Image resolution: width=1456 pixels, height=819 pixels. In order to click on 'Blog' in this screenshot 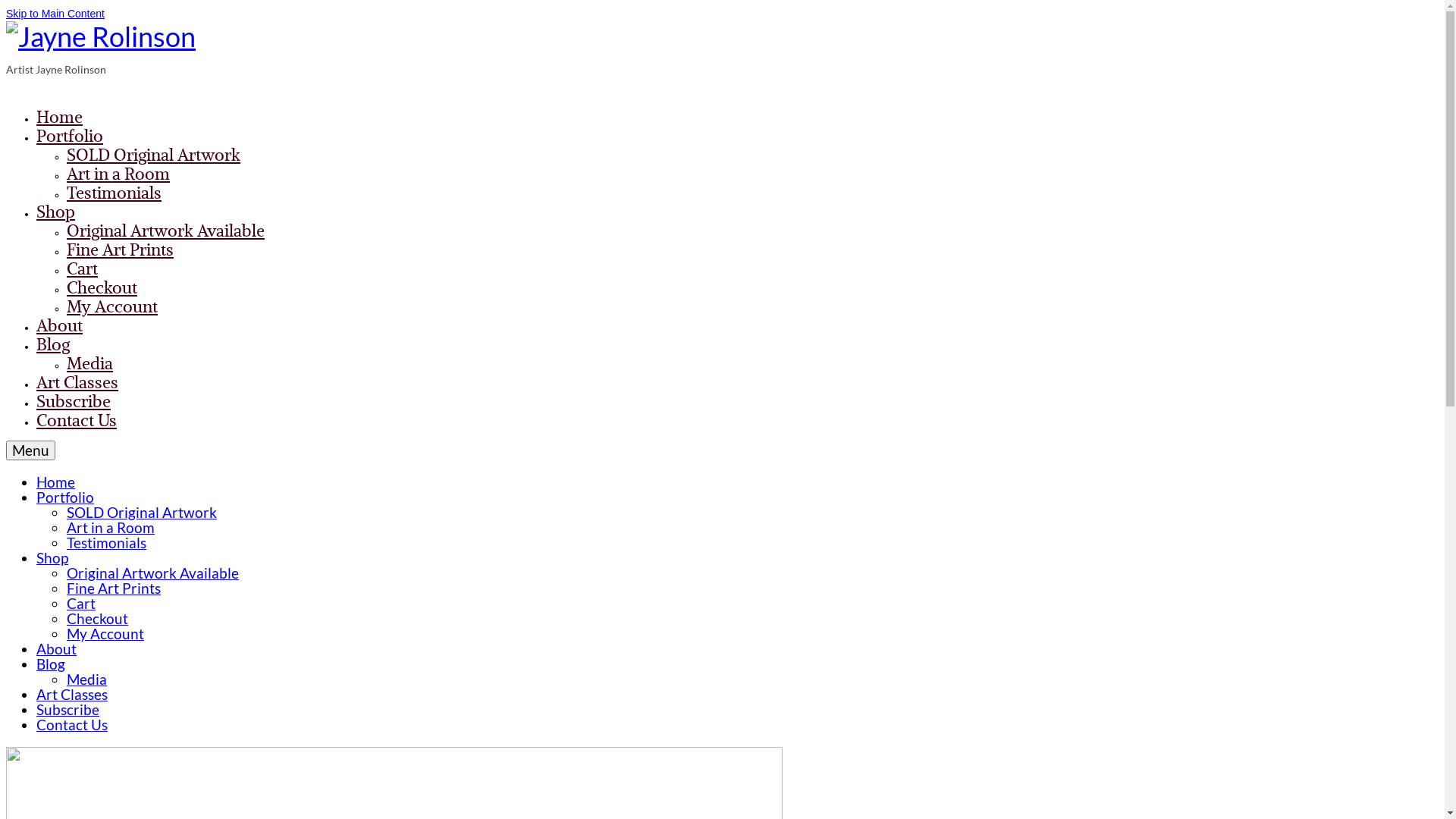, I will do `click(53, 344)`.